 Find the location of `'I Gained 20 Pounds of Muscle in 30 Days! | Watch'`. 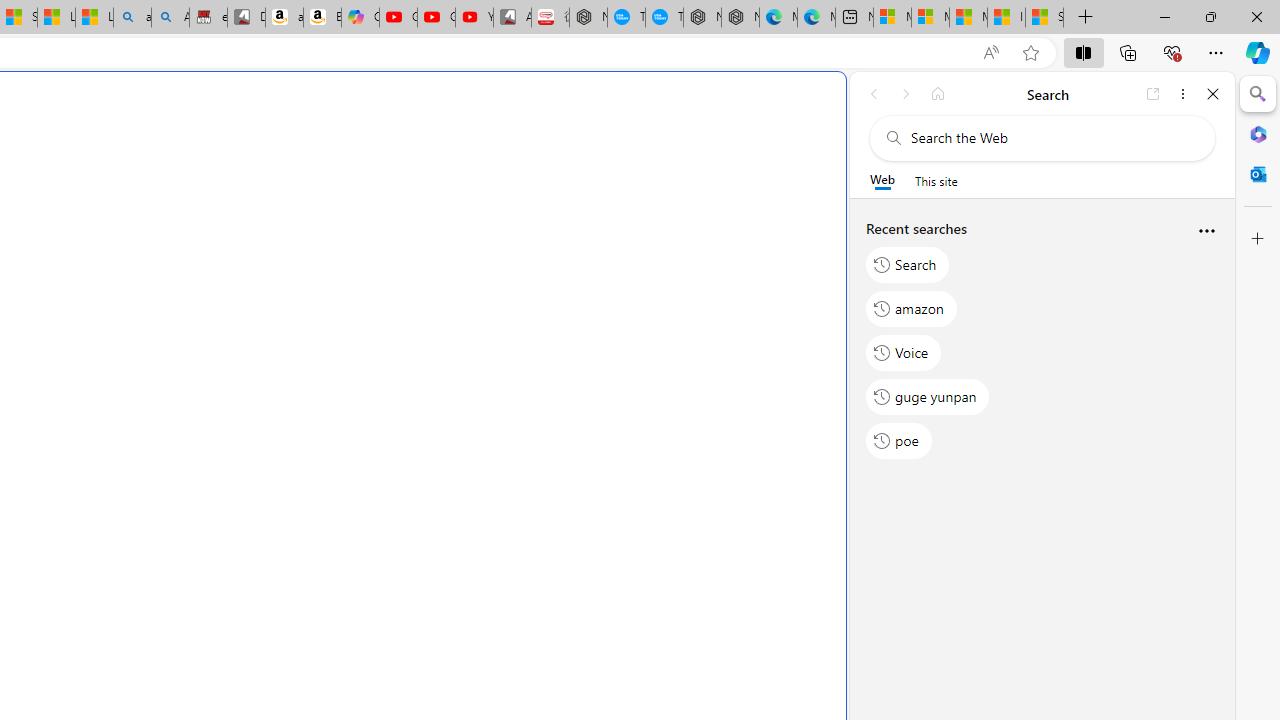

'I Gained 20 Pounds of Muscle in 30 Days! | Watch' is located at coordinates (1006, 17).